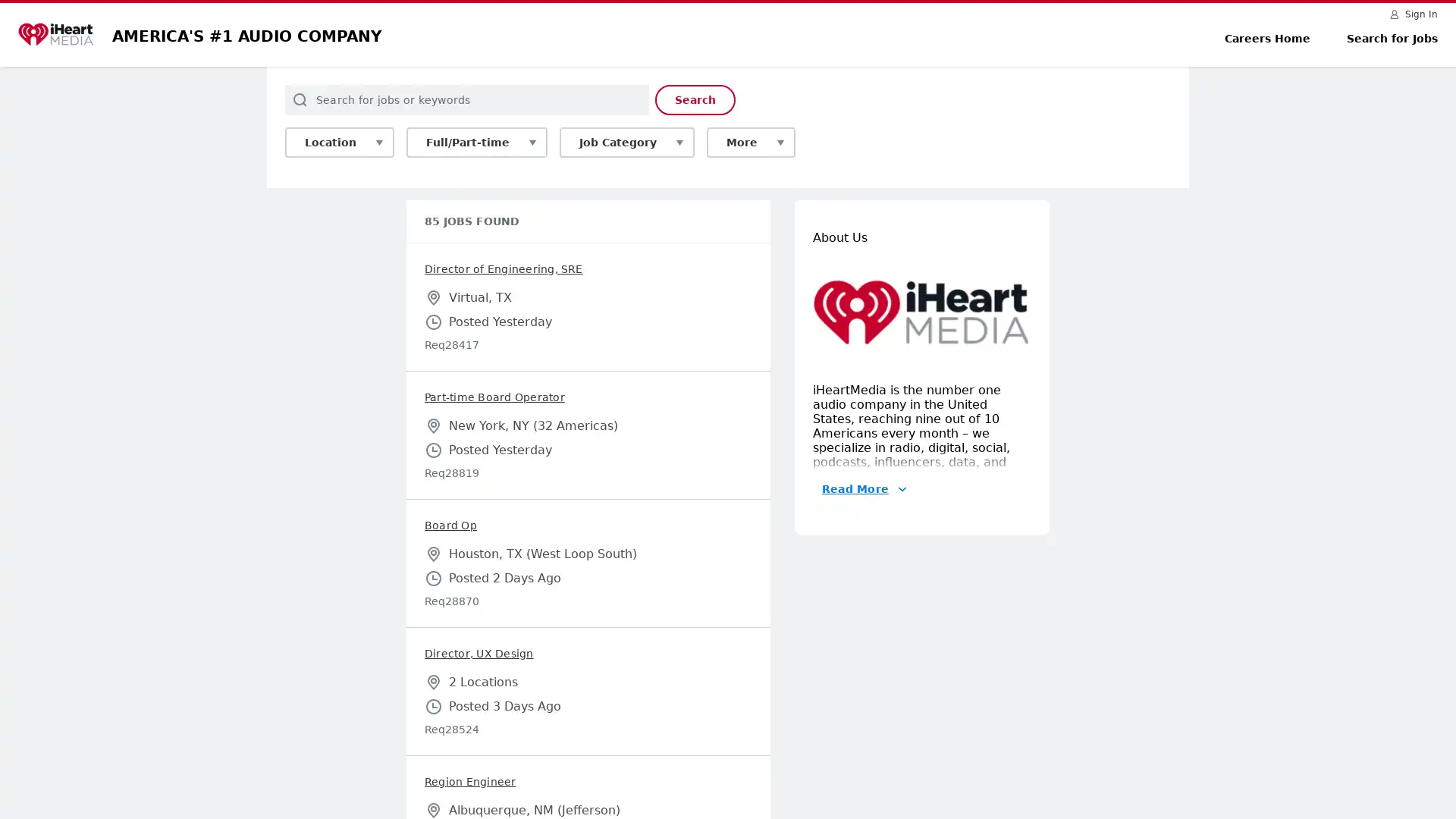  I want to click on Full/Part-time, so click(459, 423).